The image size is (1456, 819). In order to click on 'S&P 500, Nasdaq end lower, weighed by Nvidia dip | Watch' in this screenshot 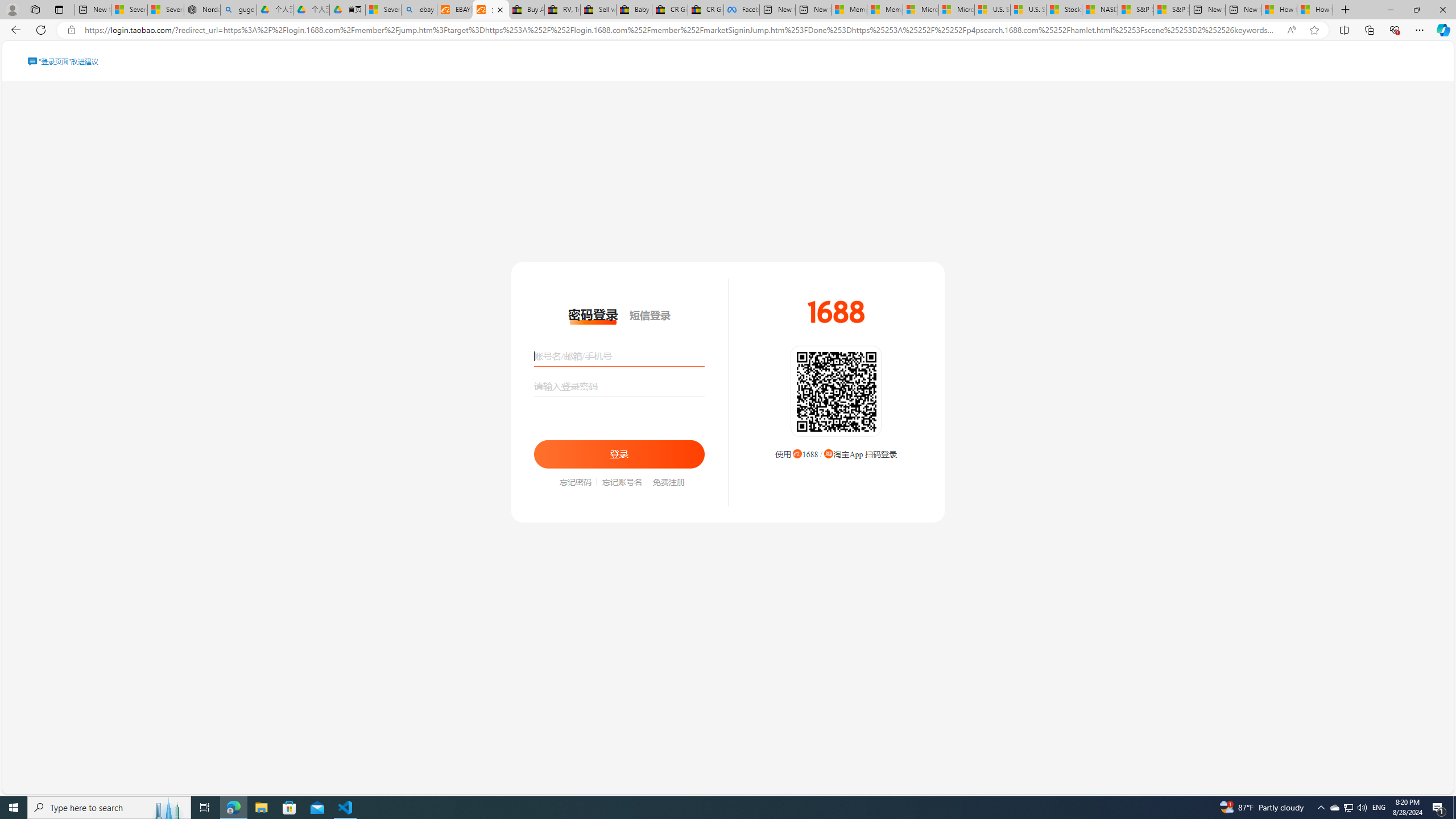, I will do `click(1170, 9)`.